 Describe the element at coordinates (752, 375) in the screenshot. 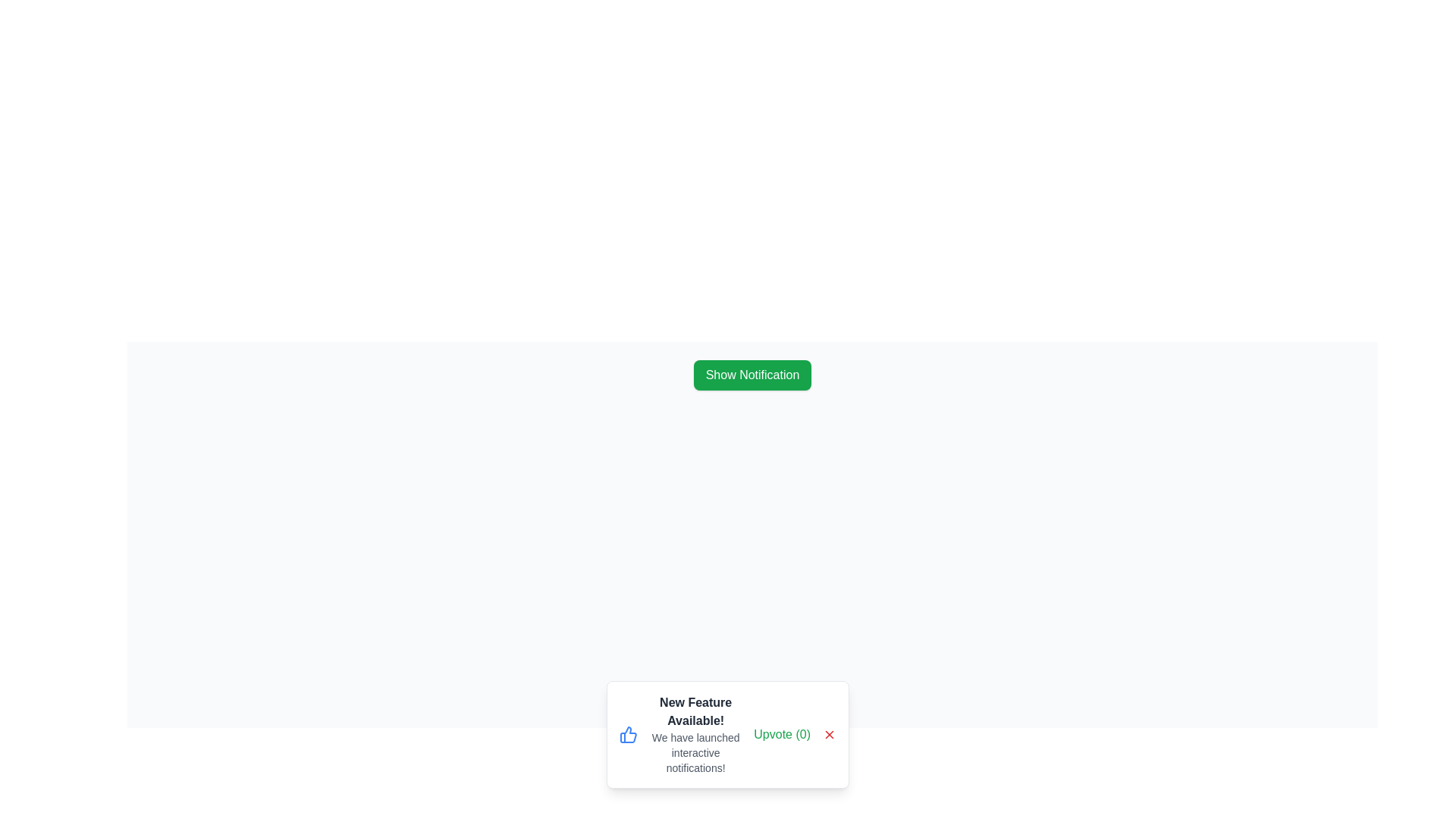

I see `the 'Show Notification' button to display the notification` at that location.